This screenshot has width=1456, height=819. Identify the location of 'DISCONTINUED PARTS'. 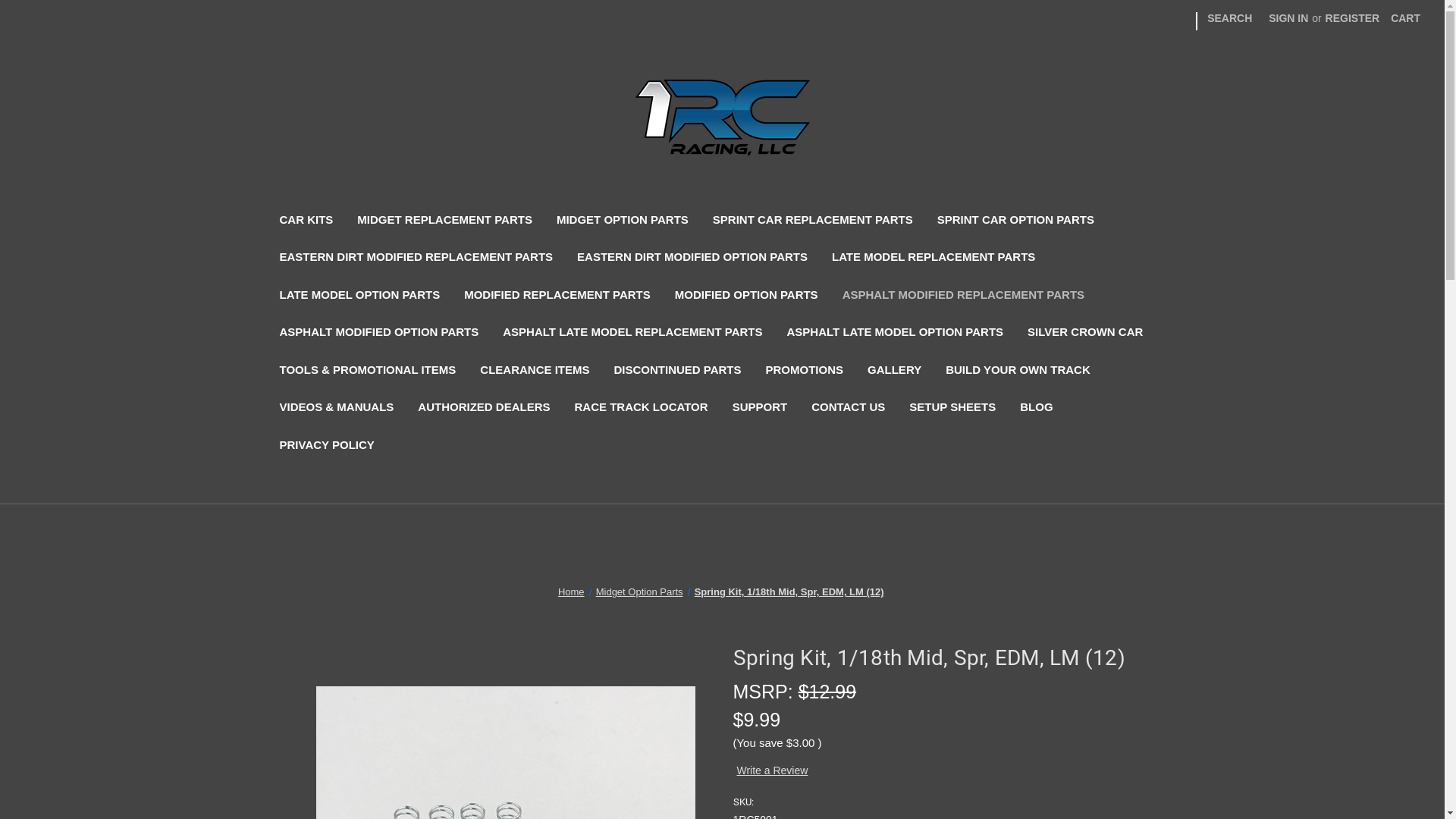
(676, 372).